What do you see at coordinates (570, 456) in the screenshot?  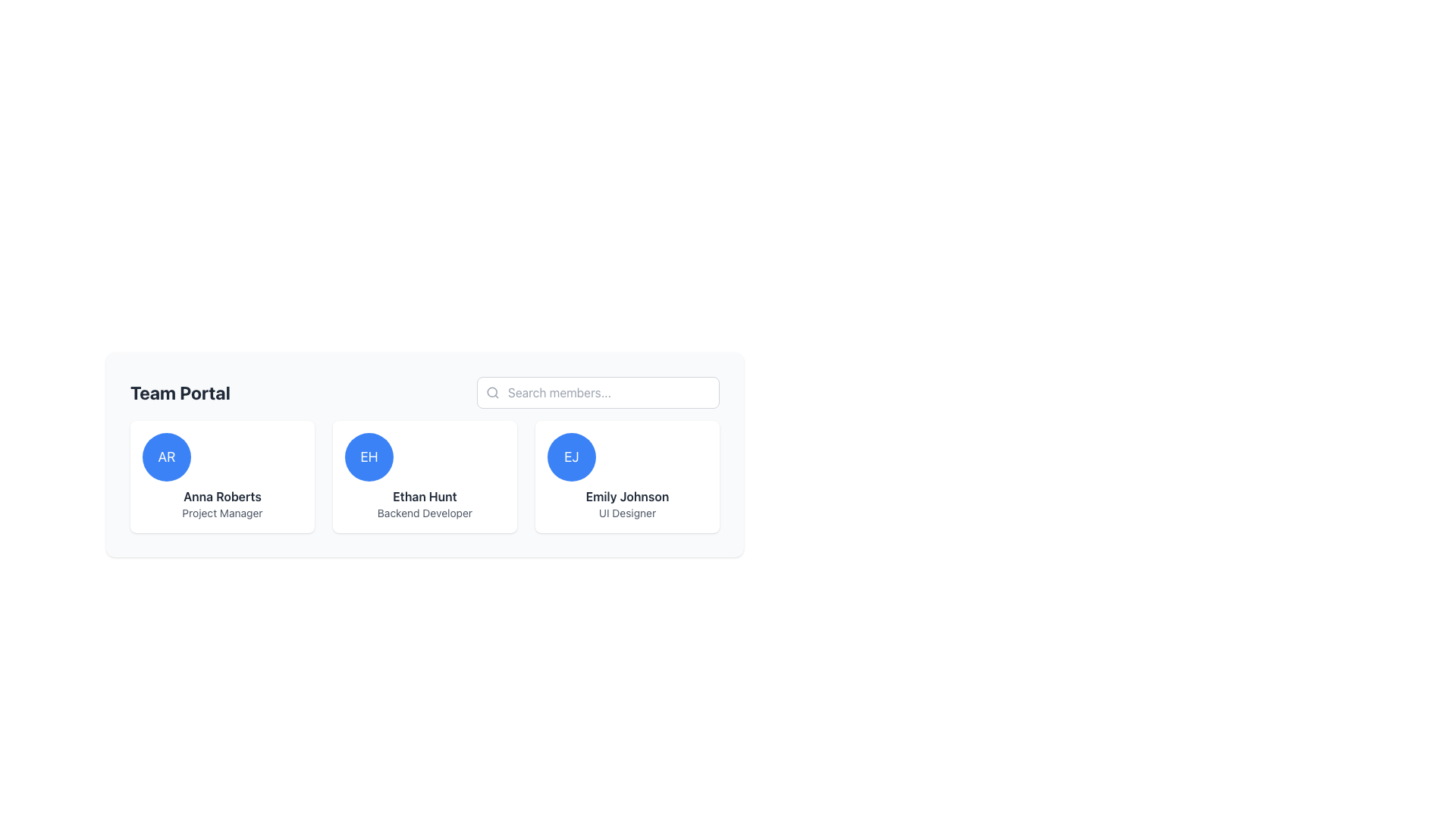 I see `the user avatar representing 'Emily Johnson'` at bounding box center [570, 456].